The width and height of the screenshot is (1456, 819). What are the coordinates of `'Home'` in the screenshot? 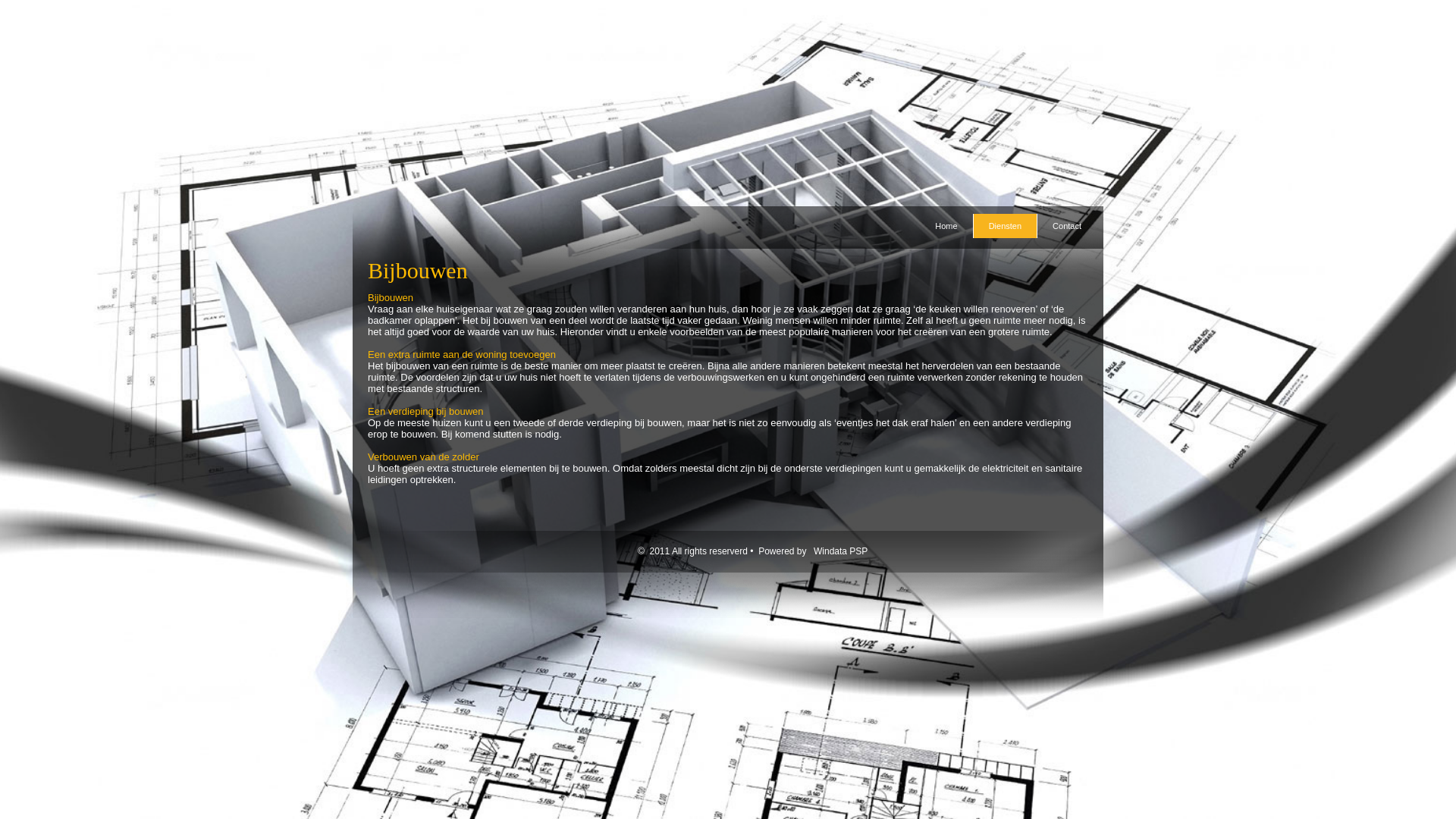 It's located at (945, 225).